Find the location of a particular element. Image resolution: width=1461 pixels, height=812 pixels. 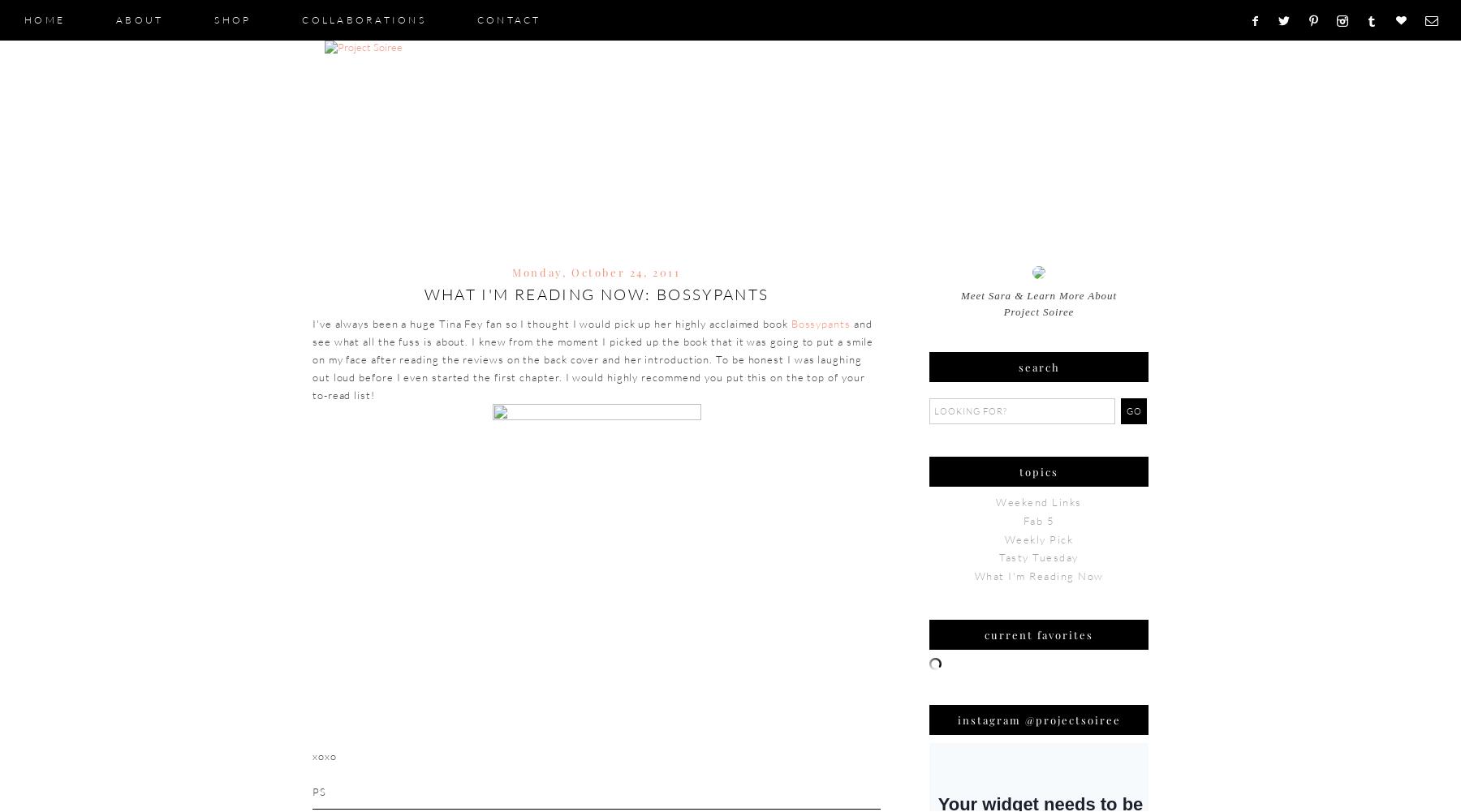

'Current Favorites' is located at coordinates (984, 634).